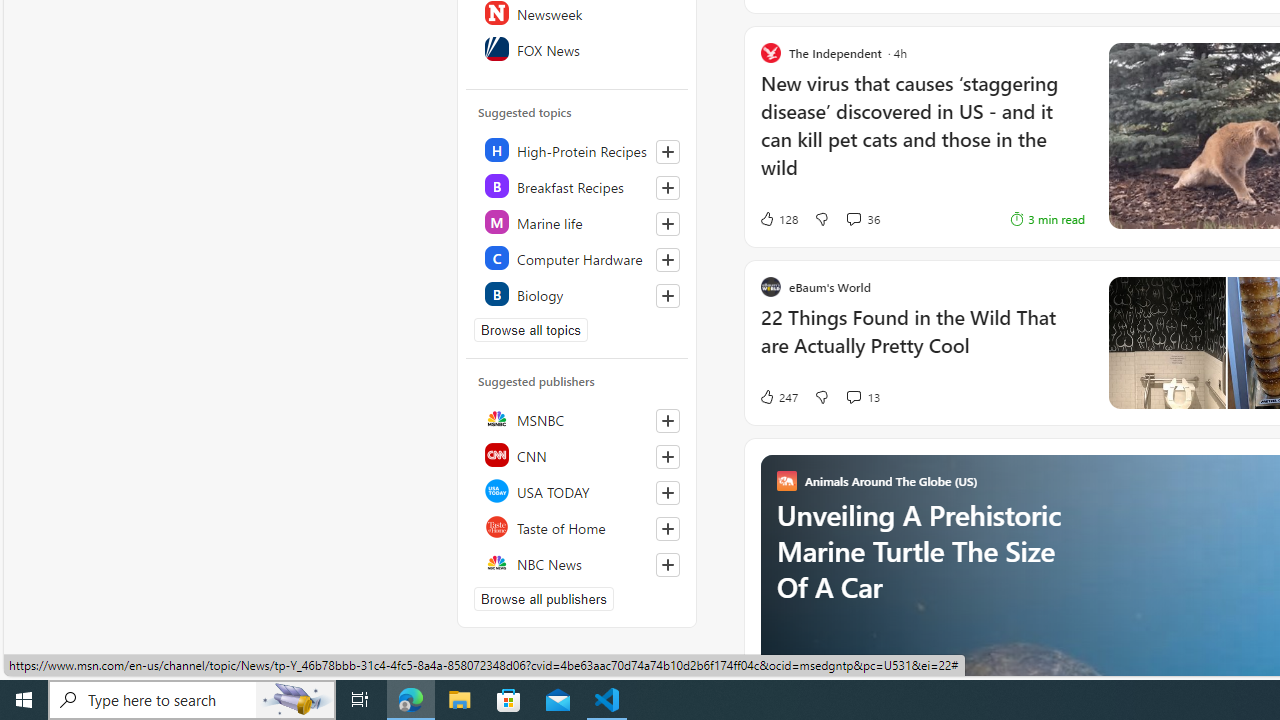  I want to click on '22 Things Found in the Wild That are Actually Pretty Cool', so click(921, 341).